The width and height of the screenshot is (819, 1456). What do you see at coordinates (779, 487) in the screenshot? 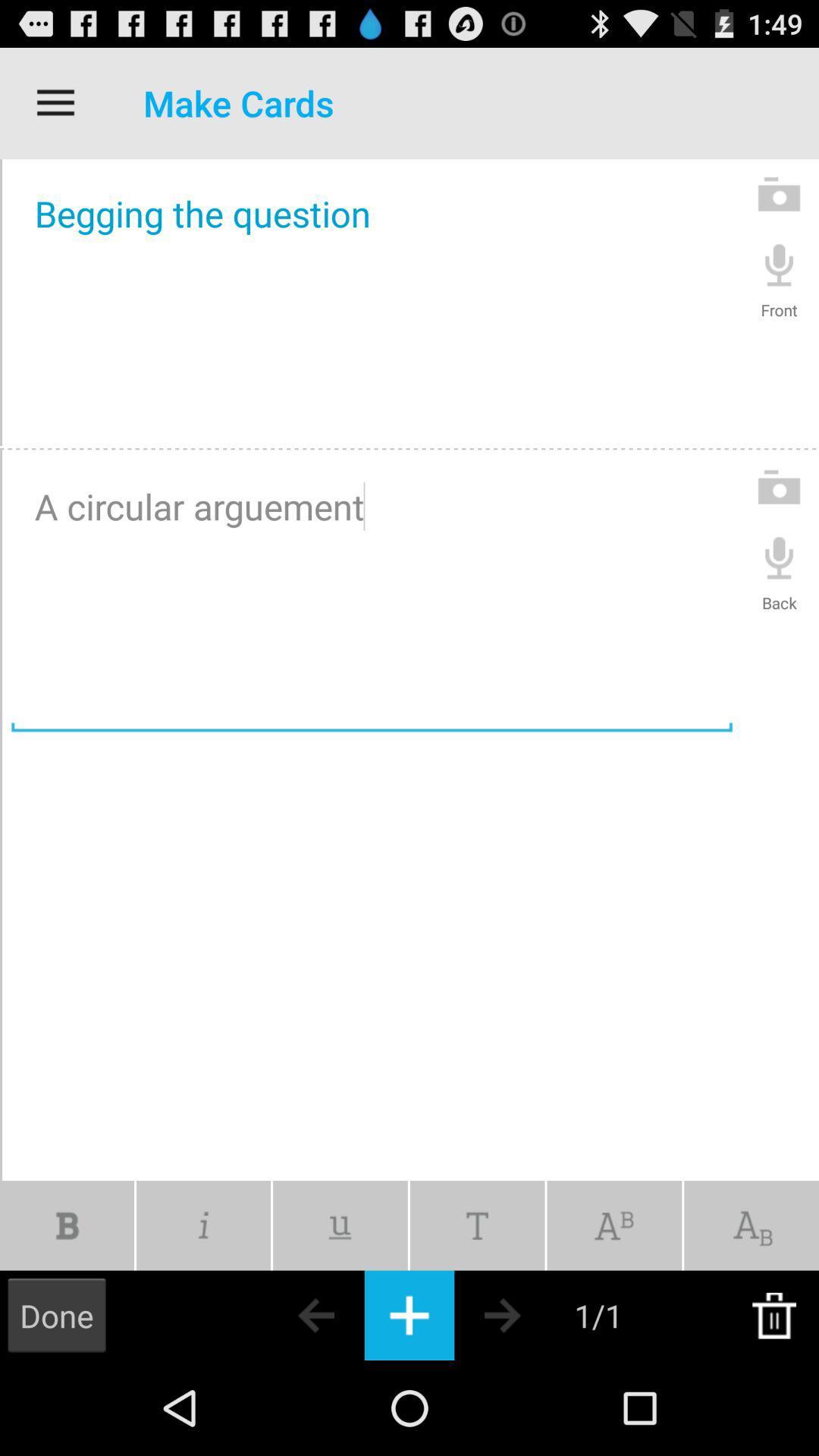
I see `click picture` at bounding box center [779, 487].